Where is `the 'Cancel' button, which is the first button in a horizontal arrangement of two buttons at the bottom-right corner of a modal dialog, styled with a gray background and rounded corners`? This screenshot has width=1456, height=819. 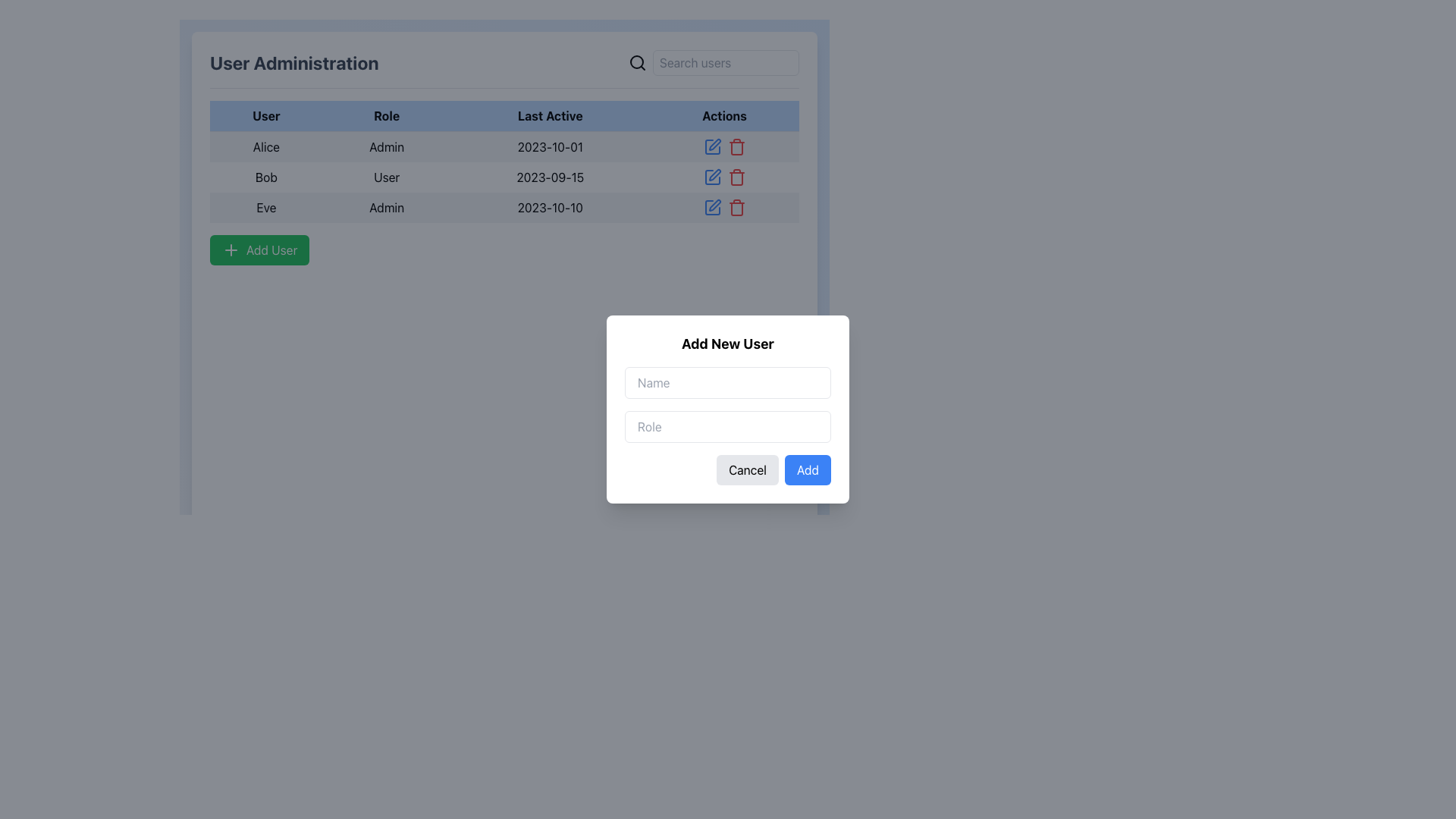 the 'Cancel' button, which is the first button in a horizontal arrangement of two buttons at the bottom-right corner of a modal dialog, styled with a gray background and rounded corners is located at coordinates (748, 469).